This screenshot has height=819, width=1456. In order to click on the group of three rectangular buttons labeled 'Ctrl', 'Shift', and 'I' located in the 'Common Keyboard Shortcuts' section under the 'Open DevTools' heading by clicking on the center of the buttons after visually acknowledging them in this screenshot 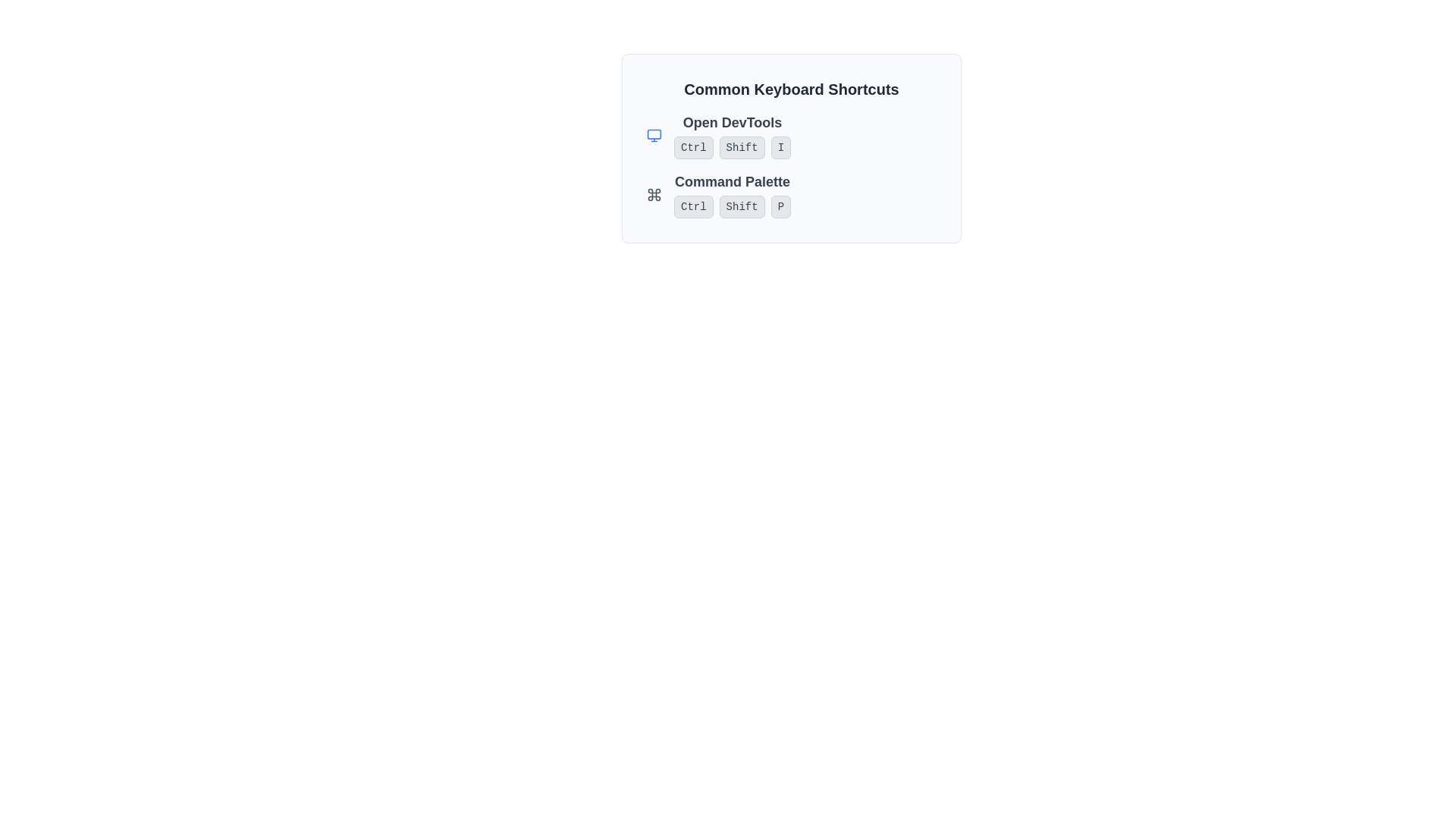, I will do `click(732, 148)`.